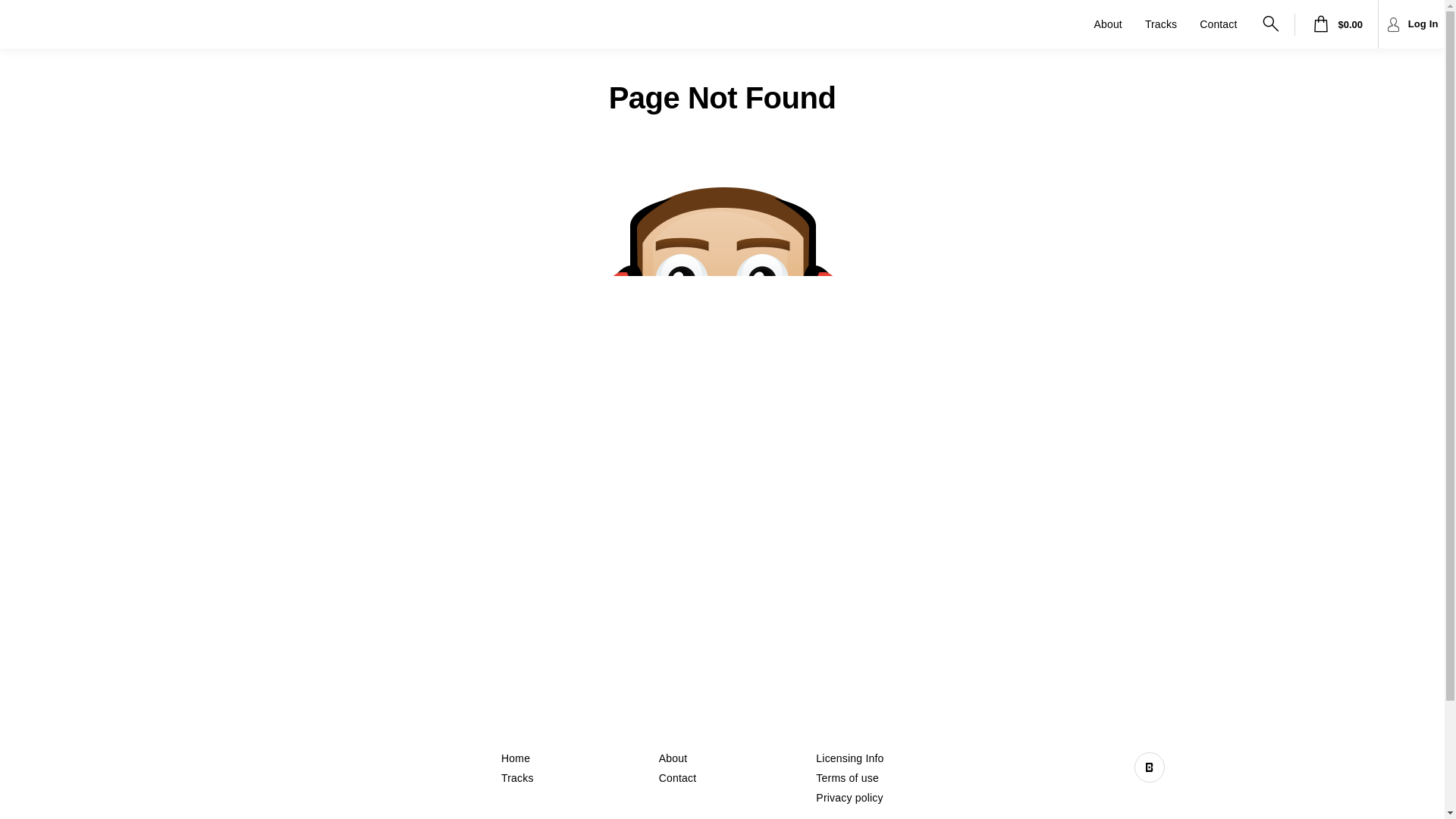 The height and width of the screenshot is (819, 1456). What do you see at coordinates (517, 778) in the screenshot?
I see `'Tracks'` at bounding box center [517, 778].